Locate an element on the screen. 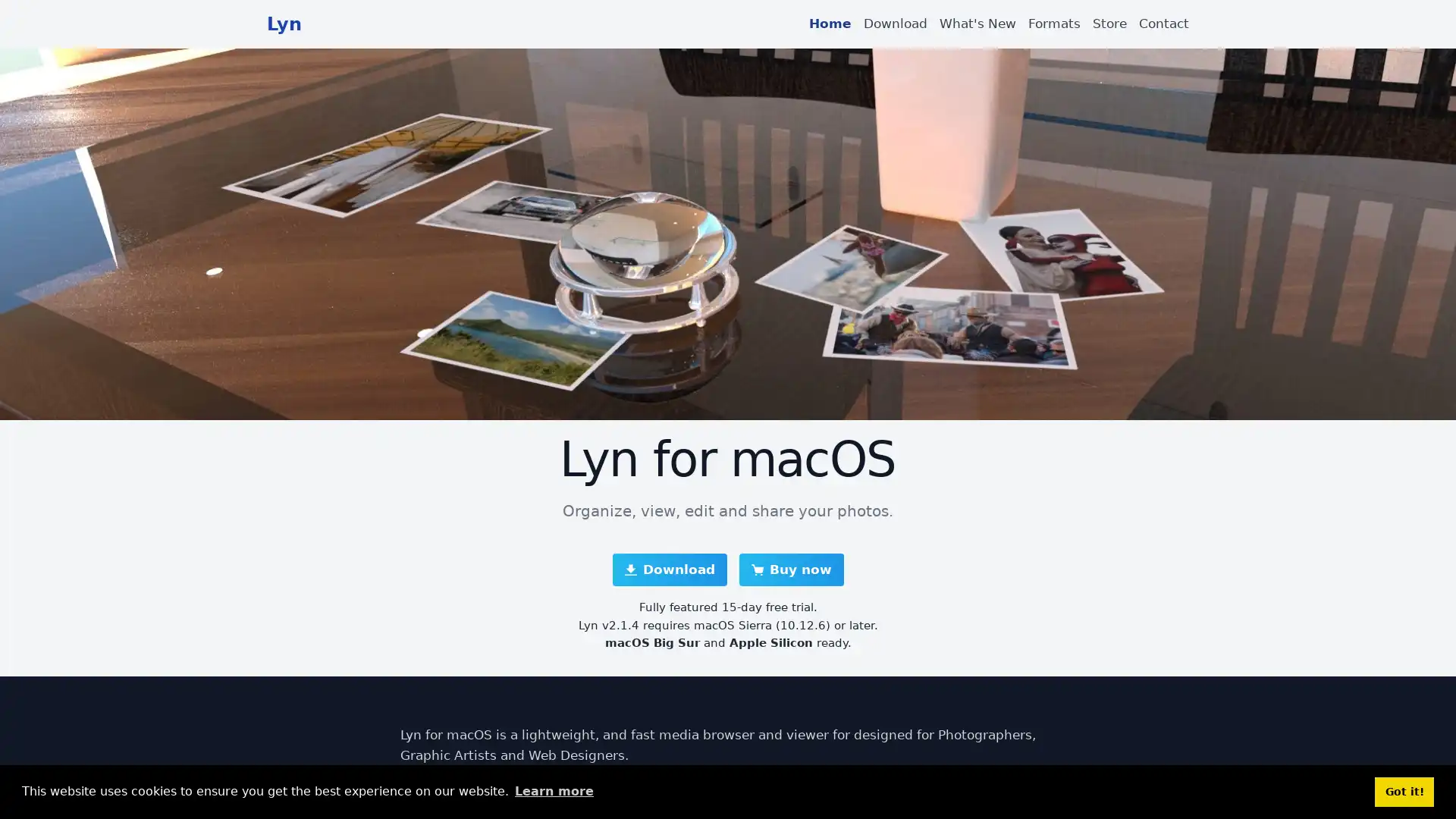 Image resolution: width=1456 pixels, height=819 pixels. learn more about cookies is located at coordinates (553, 791).